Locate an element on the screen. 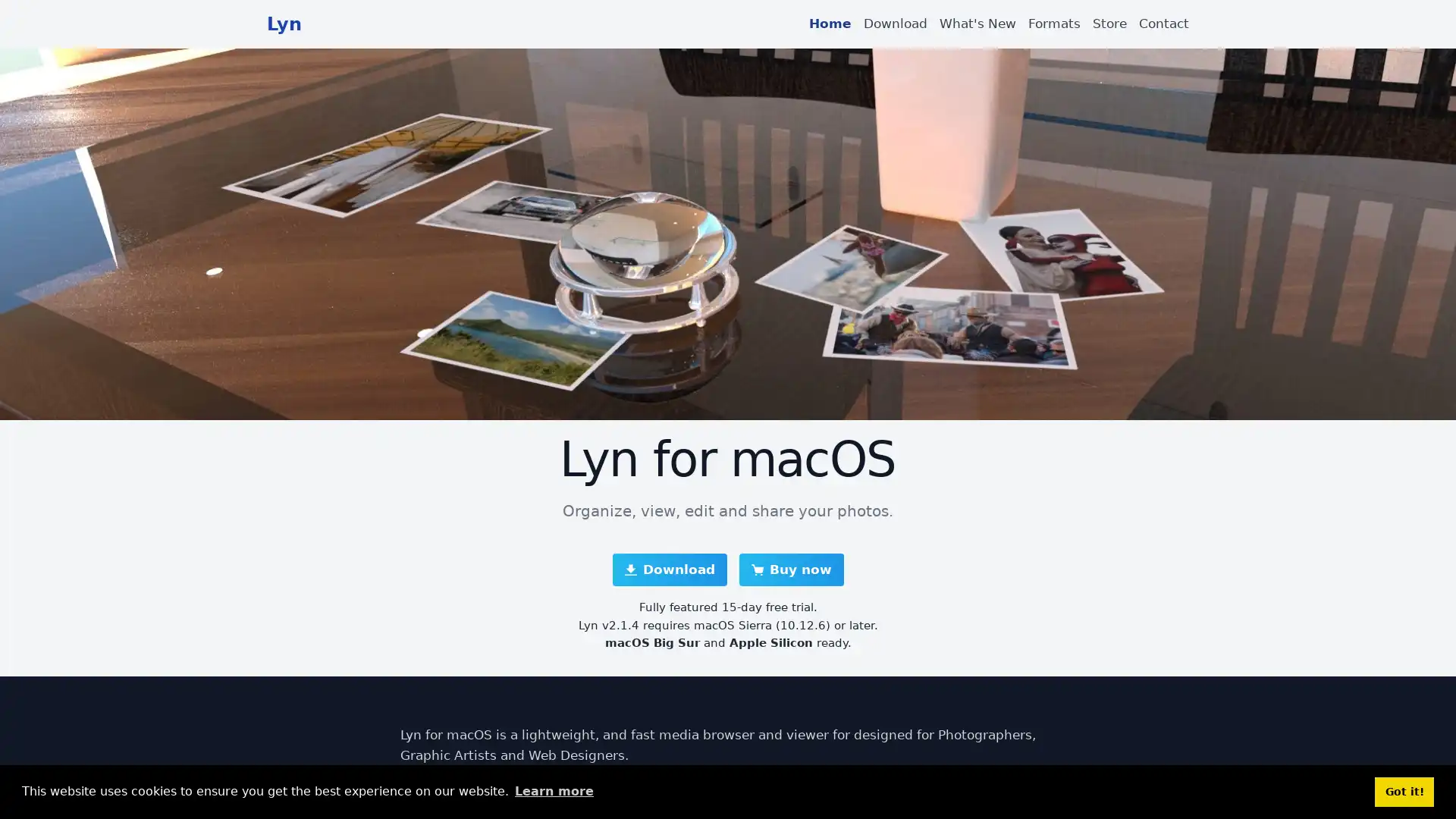 Image resolution: width=1456 pixels, height=819 pixels. learn more about cookies is located at coordinates (553, 791).